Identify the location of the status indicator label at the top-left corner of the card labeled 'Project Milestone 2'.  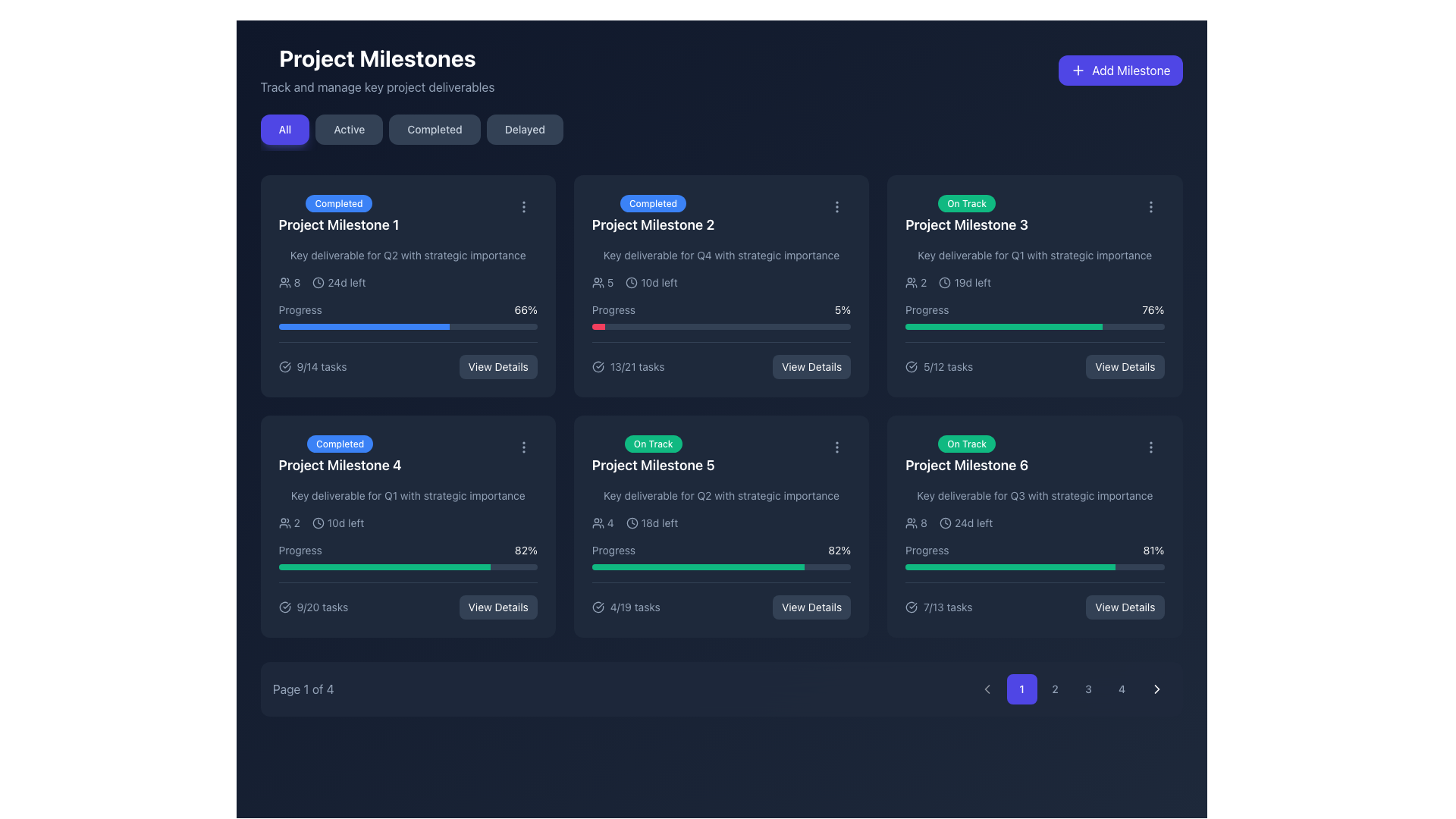
(653, 202).